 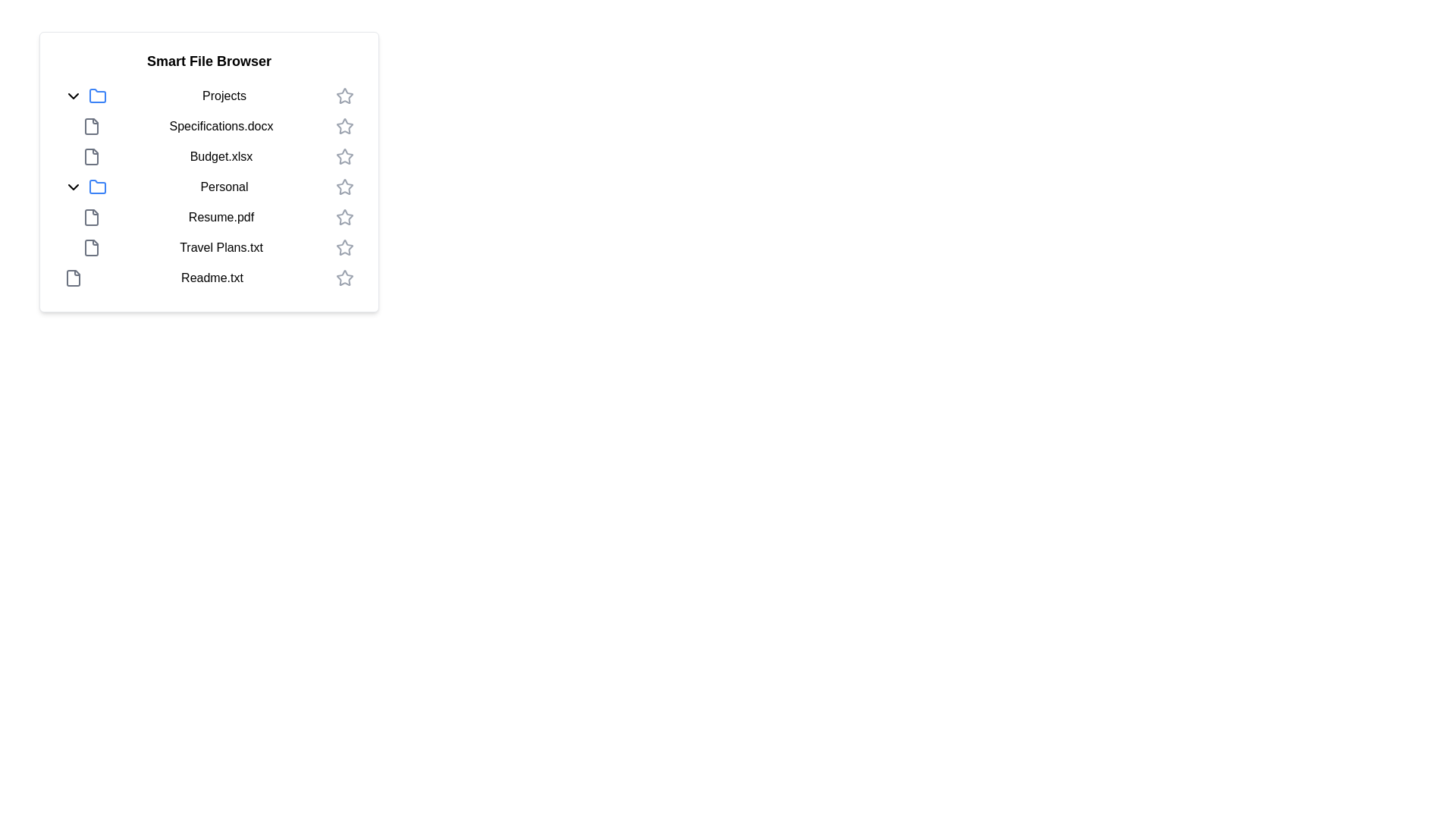 I want to click on the file icon SVG graphic element located in the first vertical row of icons, specifically positioned below the 'Personal' folder icon and above the 'Resume.pdf' label, so click(x=90, y=217).